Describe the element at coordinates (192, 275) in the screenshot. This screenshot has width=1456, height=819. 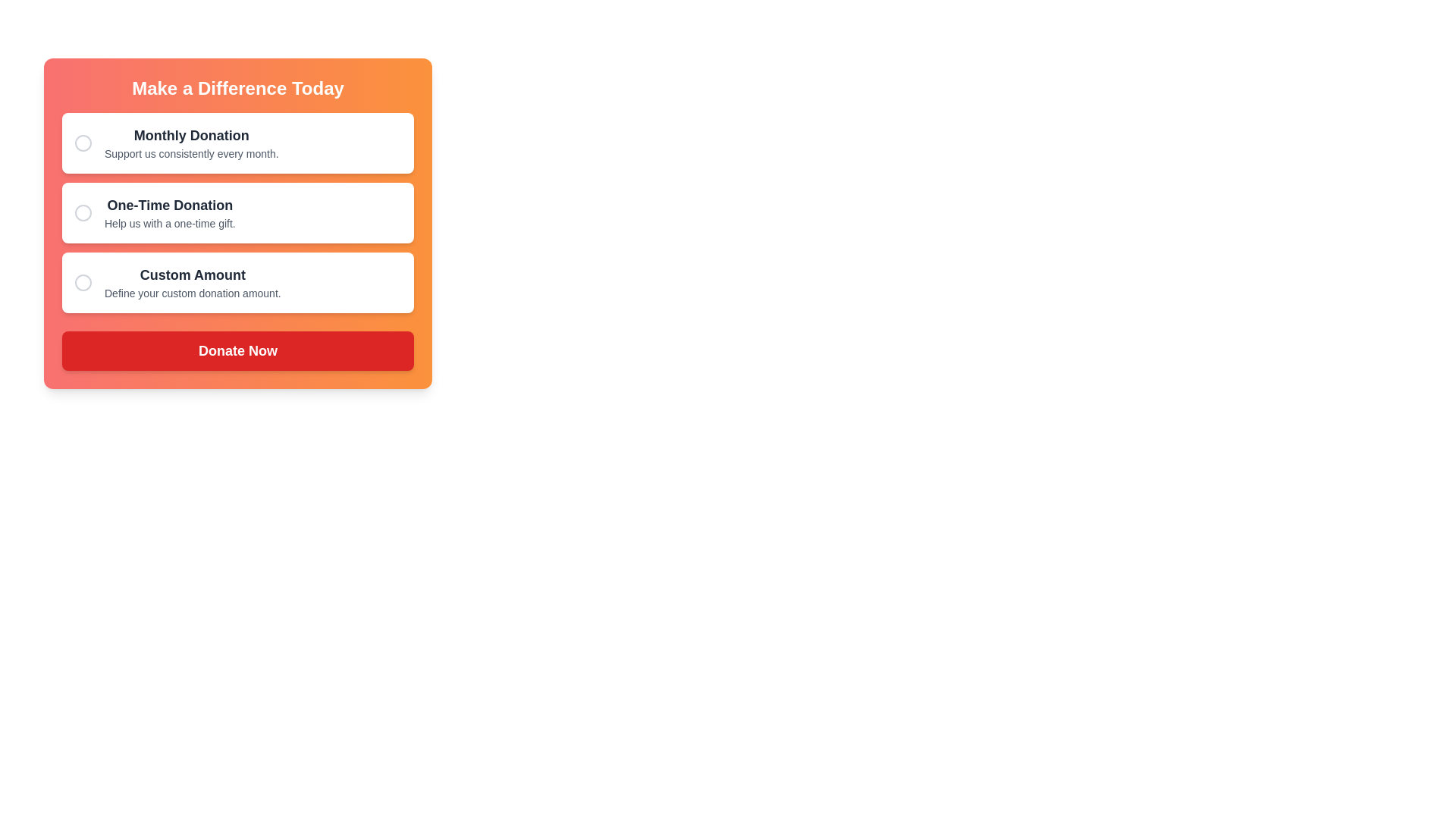
I see `the 'Custom Amount' text label, which is bold and black, located within a white background in the donation options list` at that location.